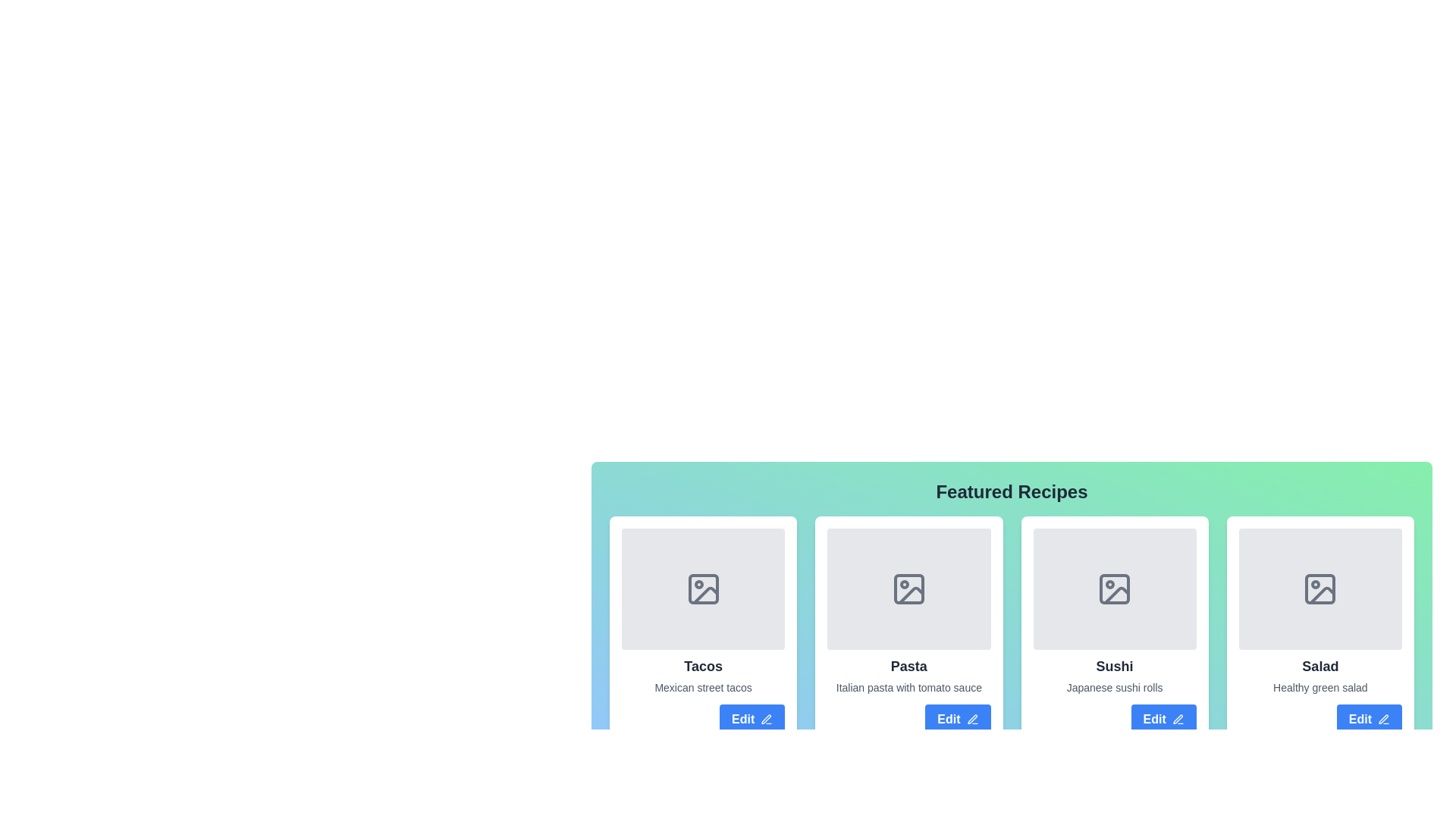 Image resolution: width=1456 pixels, height=819 pixels. Describe the element at coordinates (1319, 588) in the screenshot. I see `the image placeholder rectangle within the 'Salad' card, located in the fourth column of the featured recipe cards in the lower right section of the interface` at that location.